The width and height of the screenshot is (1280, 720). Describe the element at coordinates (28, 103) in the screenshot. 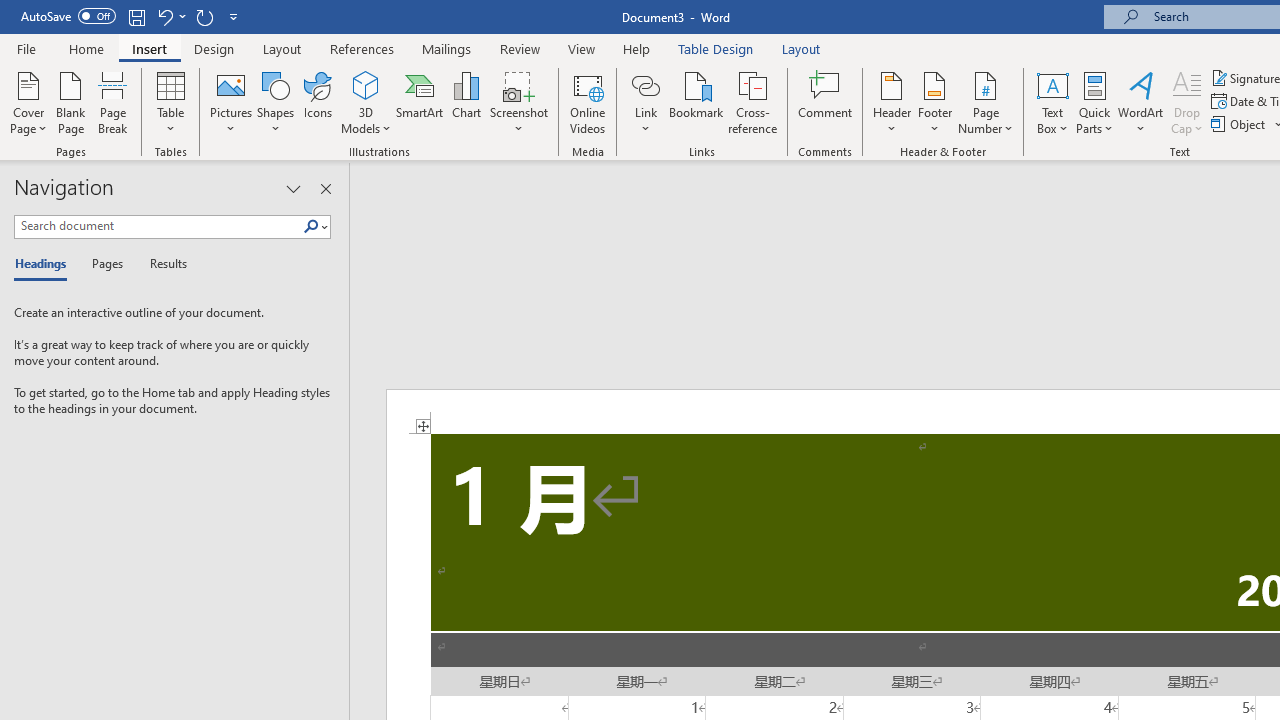

I see `'Cover Page'` at that location.